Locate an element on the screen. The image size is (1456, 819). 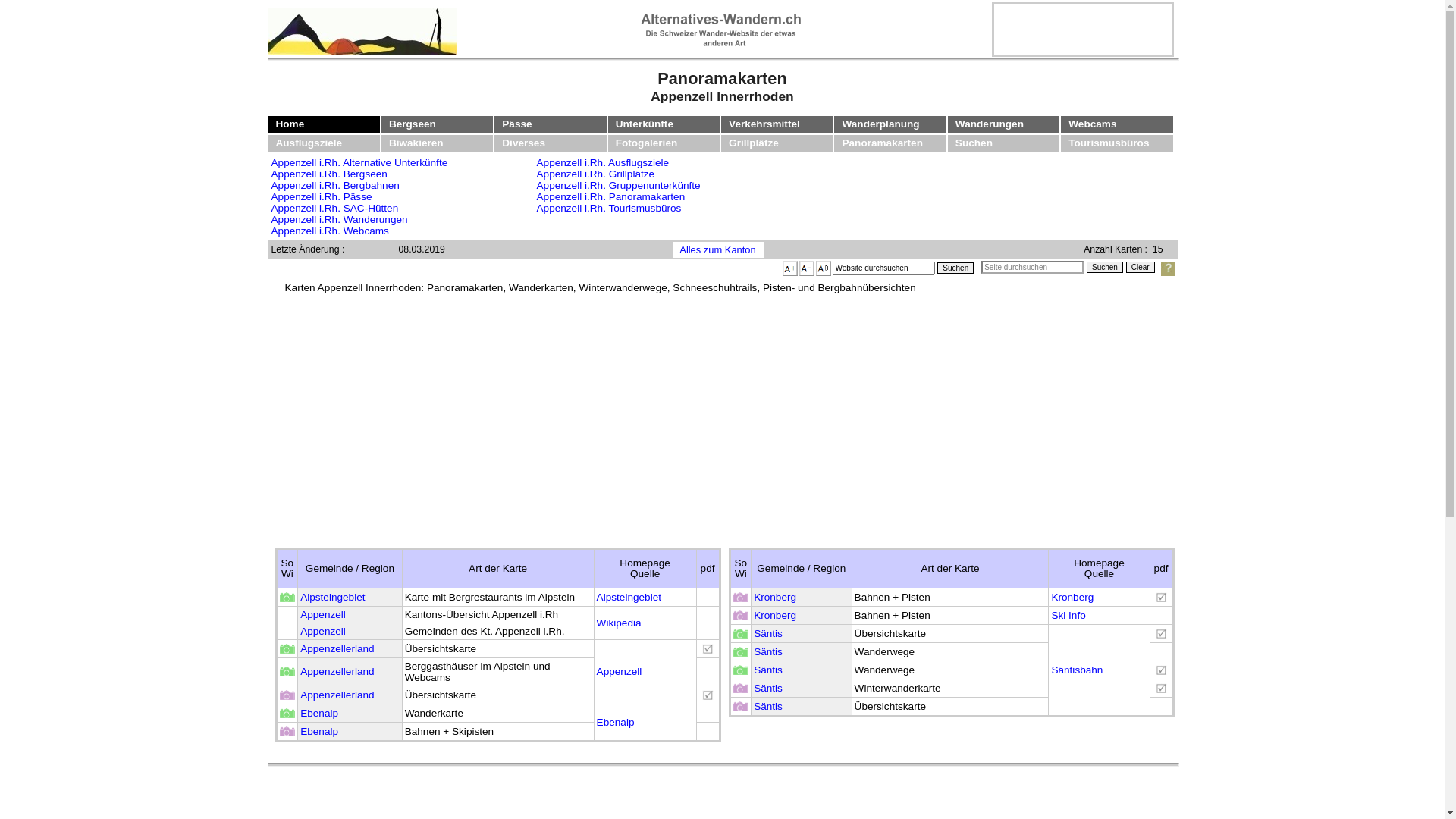
'Appenzell i.Rh. Panoramakarten' is located at coordinates (611, 196).